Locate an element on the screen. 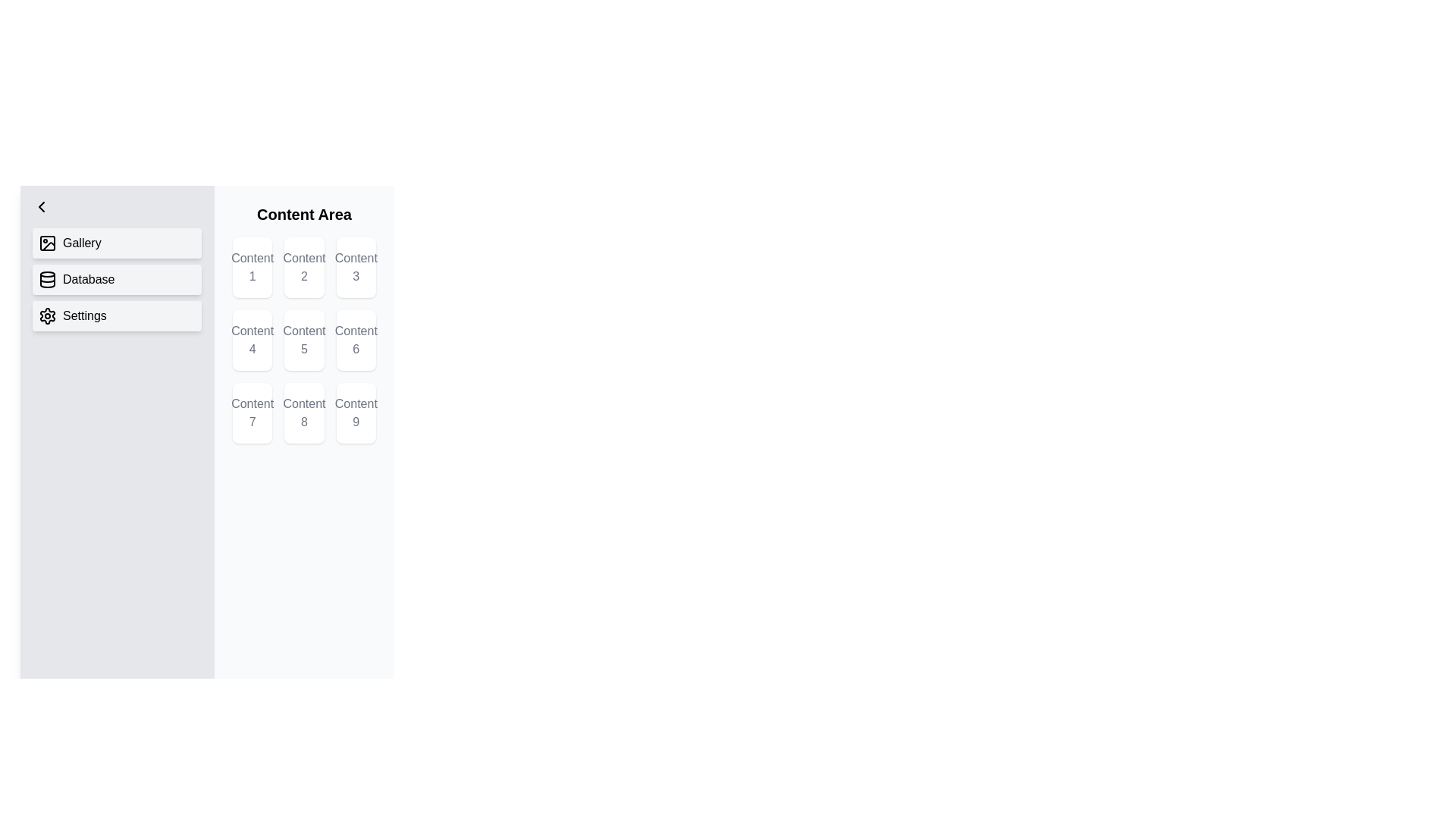 The width and height of the screenshot is (1456, 819). the 'Database' text label within the button element located in the left sidebar is located at coordinates (88, 280).